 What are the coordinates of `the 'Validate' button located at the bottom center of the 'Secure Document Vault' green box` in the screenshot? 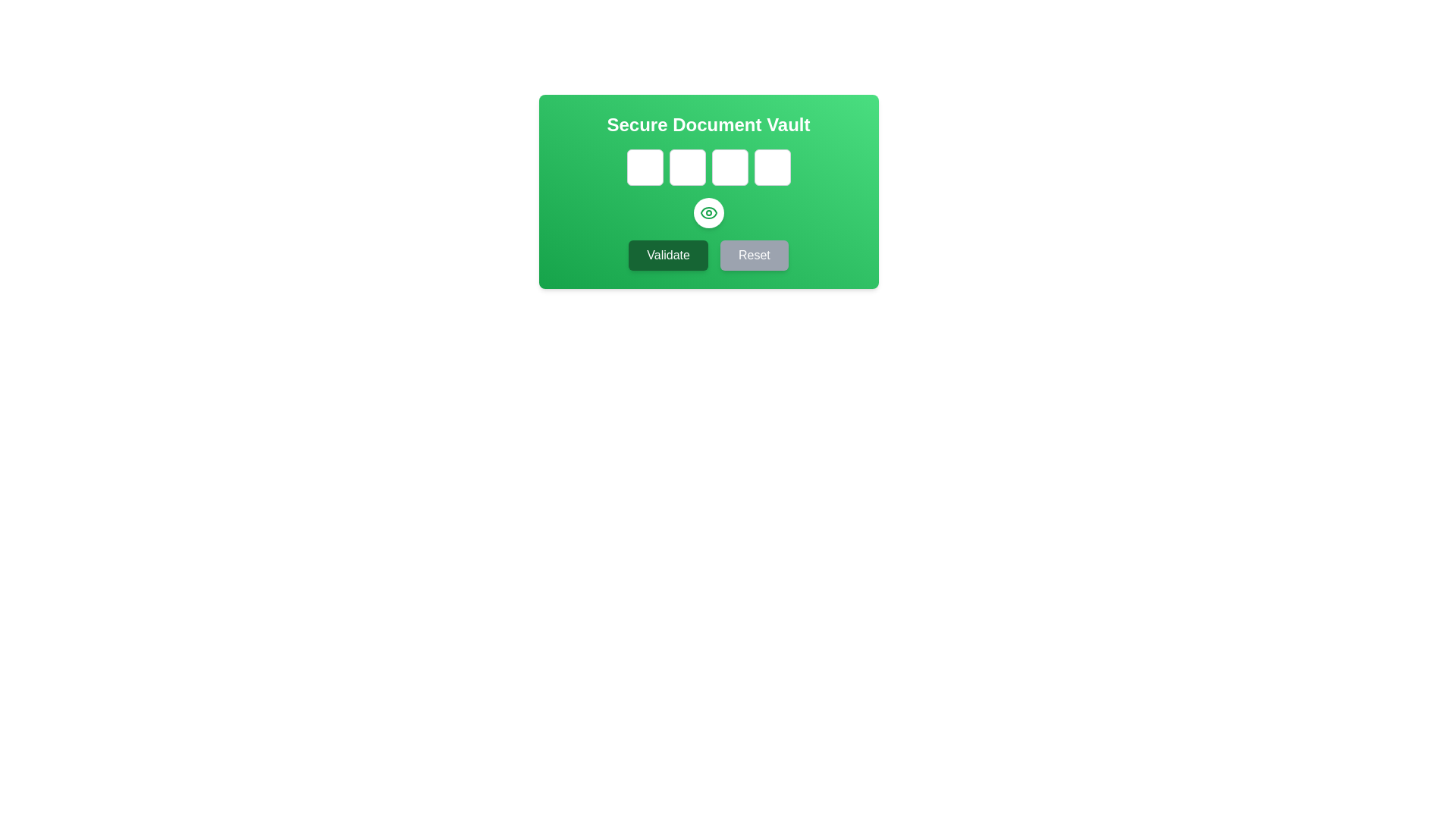 It's located at (667, 254).